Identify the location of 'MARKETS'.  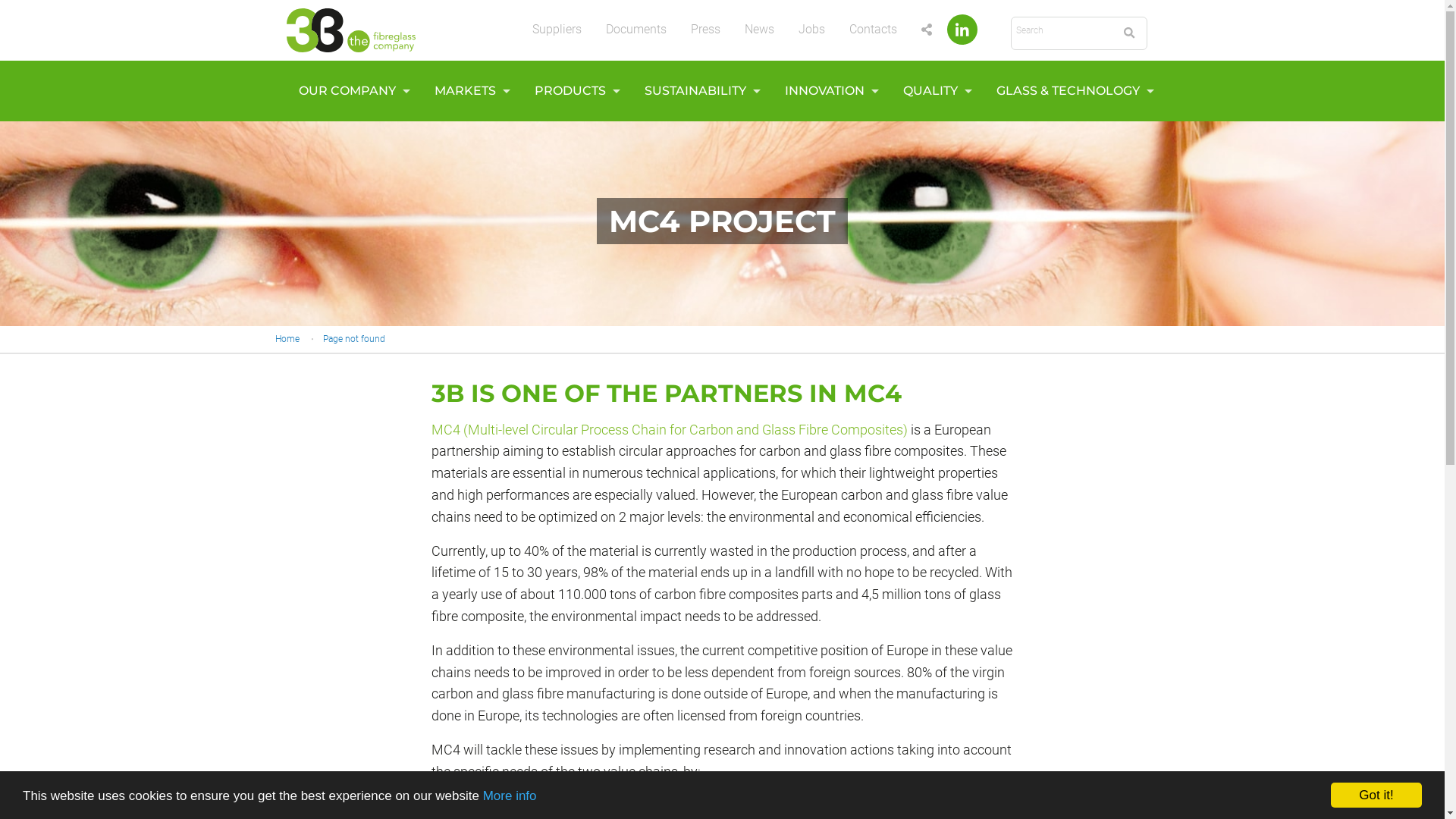
(467, 90).